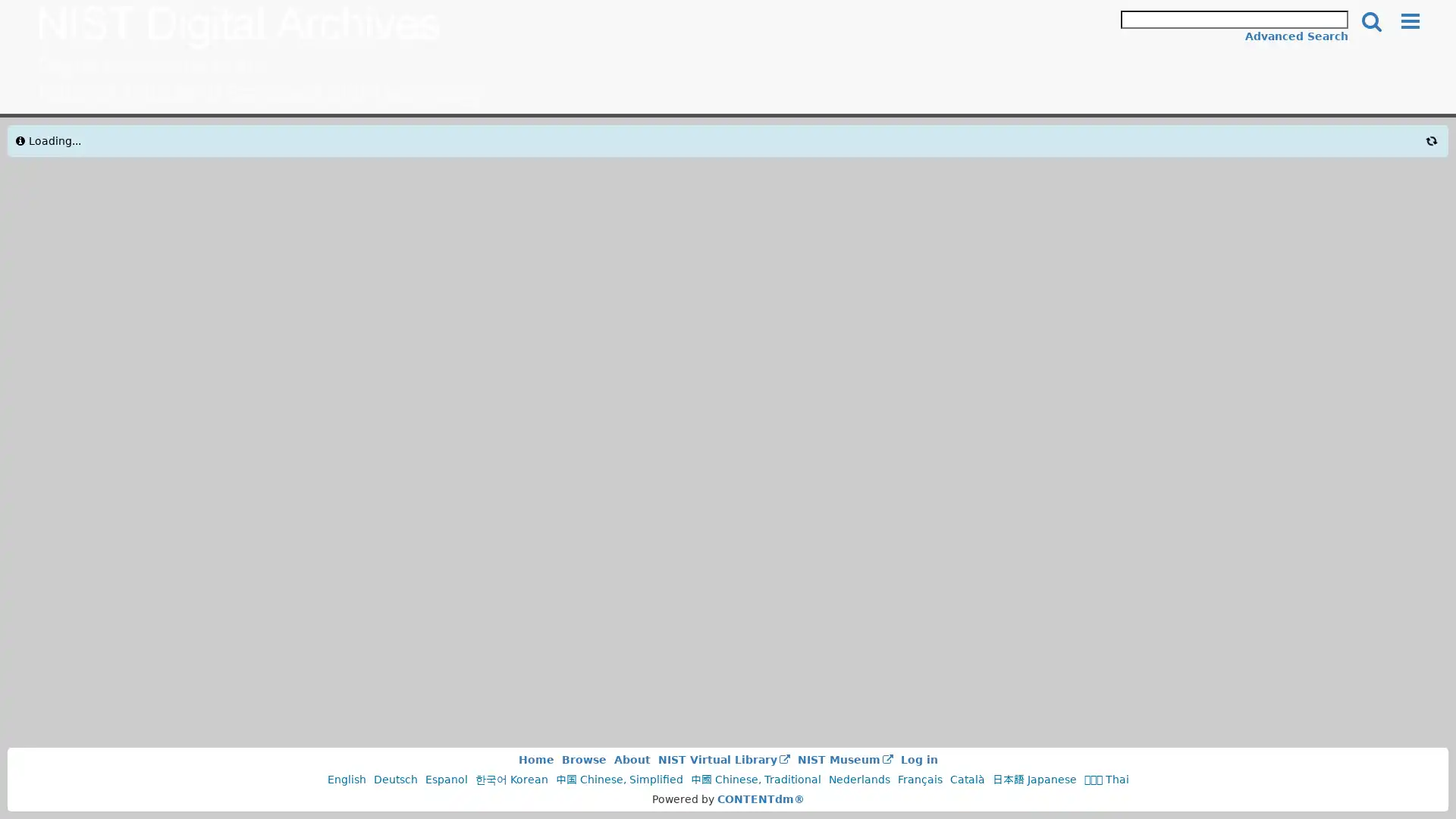 This screenshot has width=1456, height=819. Describe the element at coordinates (269, 365) in the screenshot. I see `Update` at that location.